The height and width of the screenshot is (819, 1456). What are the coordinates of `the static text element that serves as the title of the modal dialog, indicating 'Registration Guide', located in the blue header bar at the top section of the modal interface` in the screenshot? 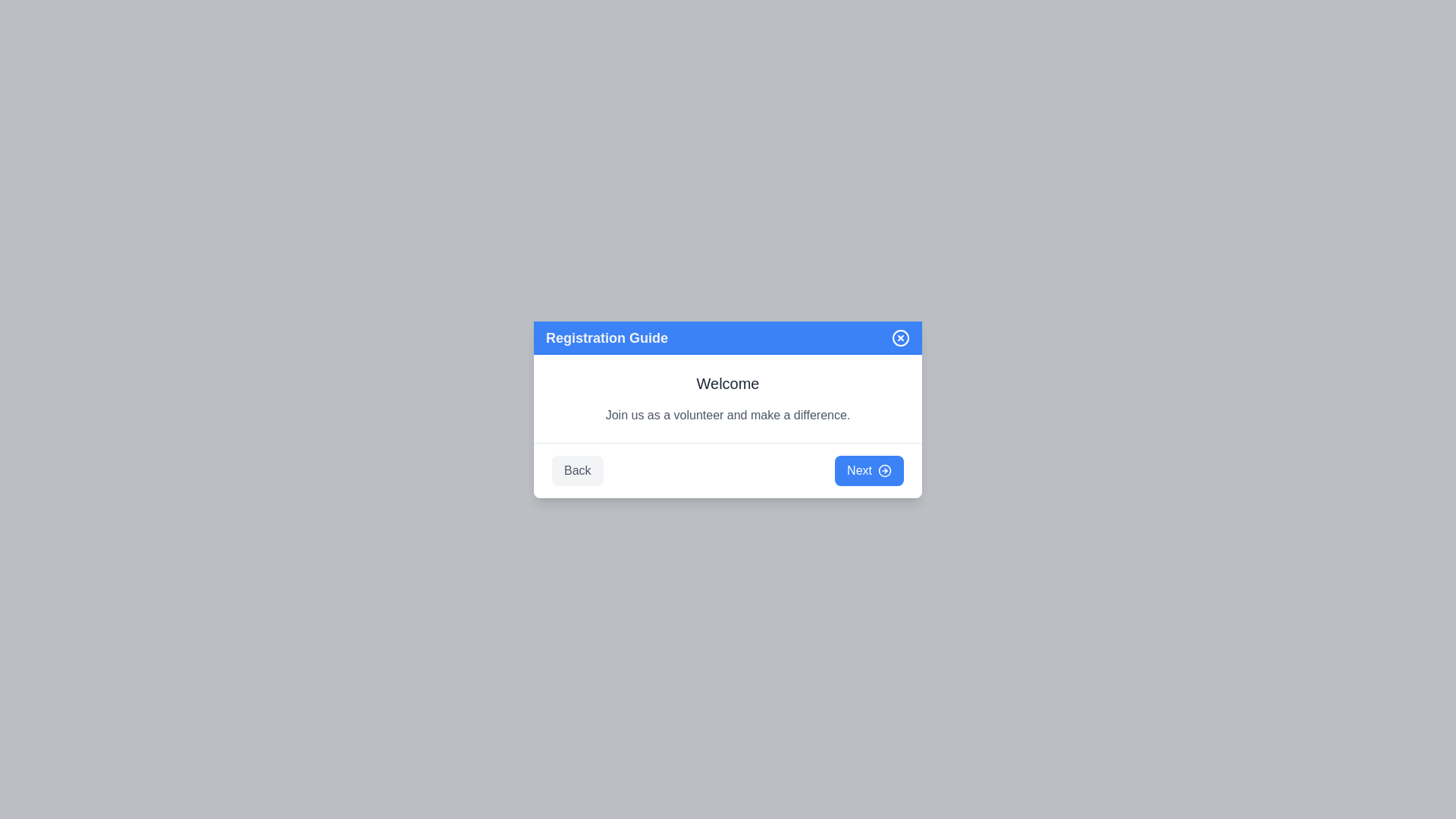 It's located at (607, 337).